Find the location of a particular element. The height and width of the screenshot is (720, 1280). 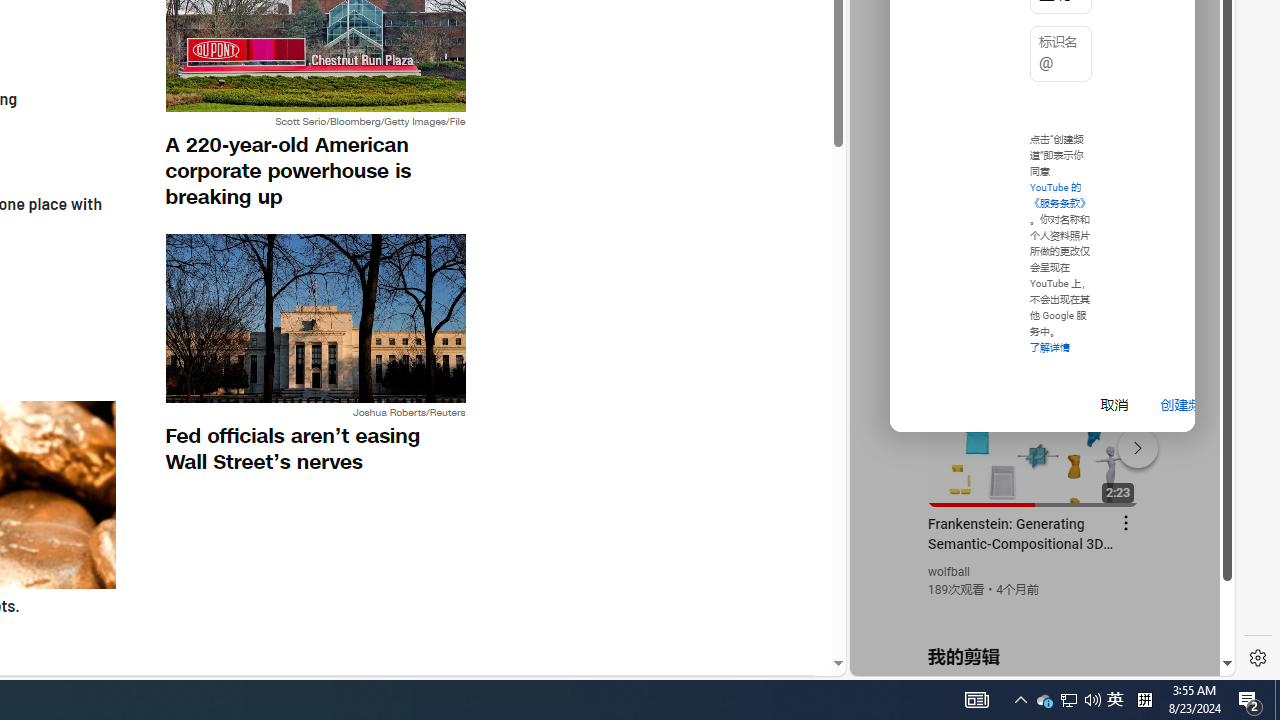

'#you' is located at coordinates (1034, 438).